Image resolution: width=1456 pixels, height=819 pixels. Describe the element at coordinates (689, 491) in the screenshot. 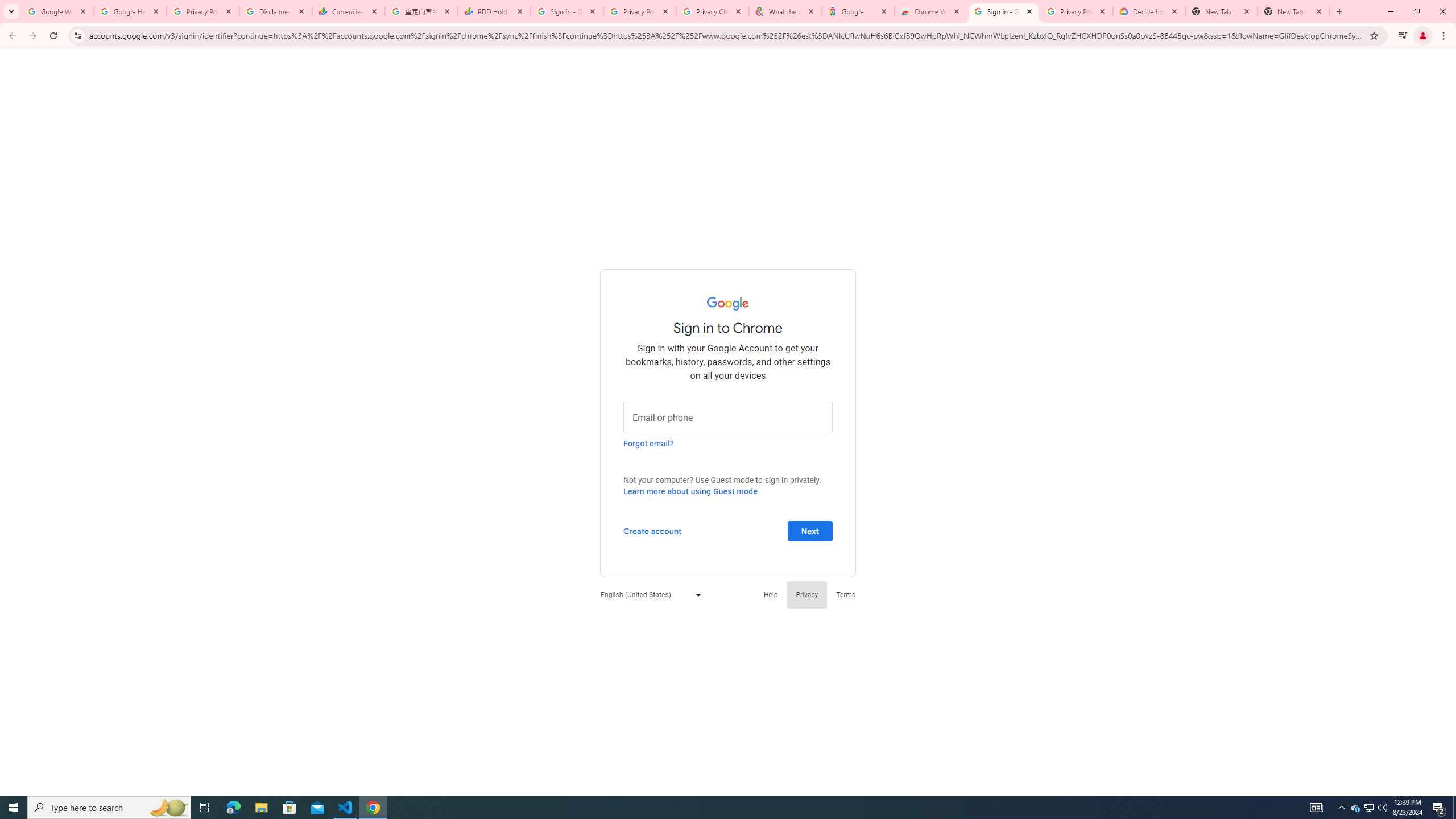

I see `'Learn more about using Guest mode'` at that location.